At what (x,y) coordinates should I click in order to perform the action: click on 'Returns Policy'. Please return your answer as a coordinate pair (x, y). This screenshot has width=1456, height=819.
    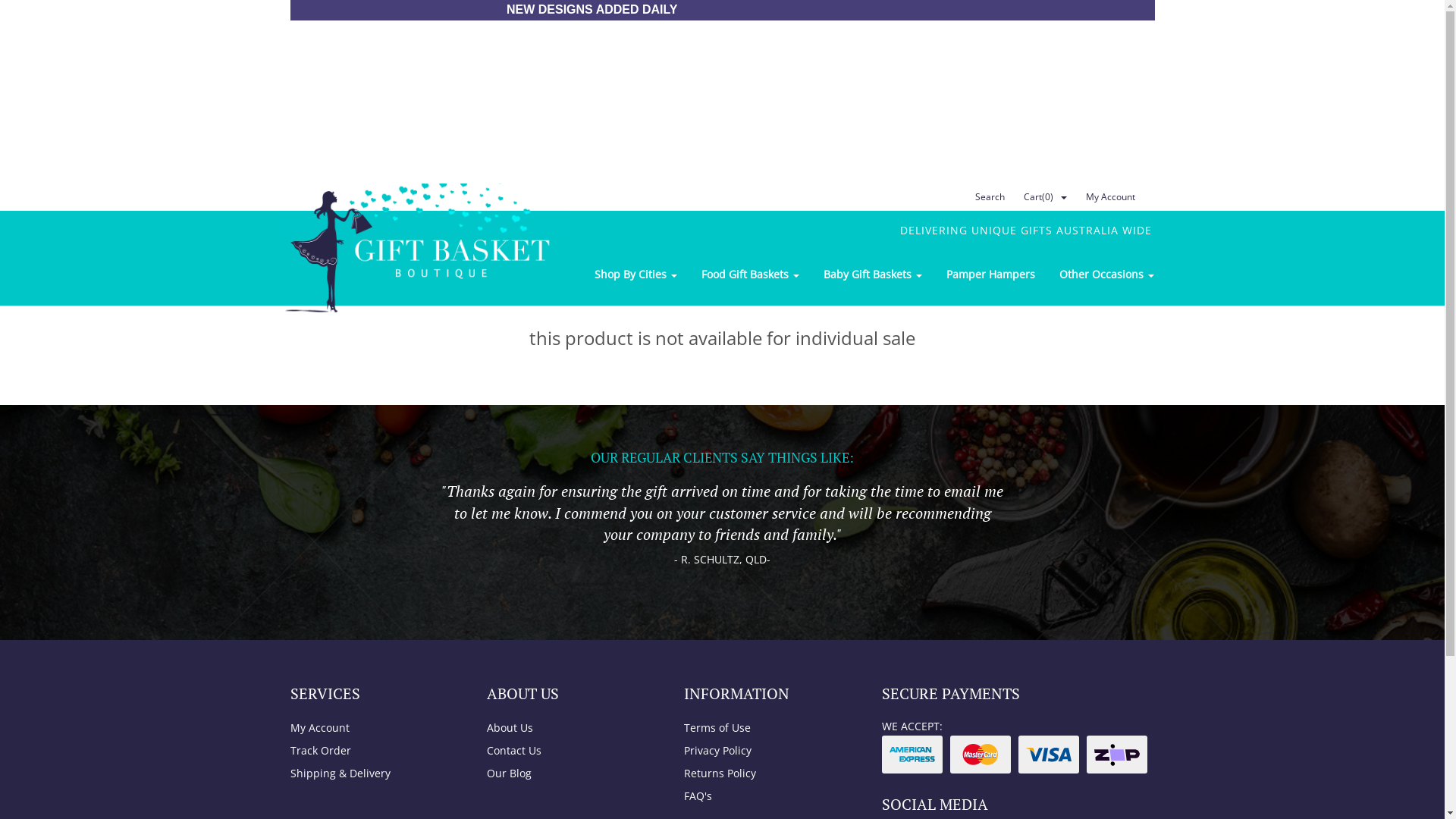
    Looking at the image, I should click on (765, 773).